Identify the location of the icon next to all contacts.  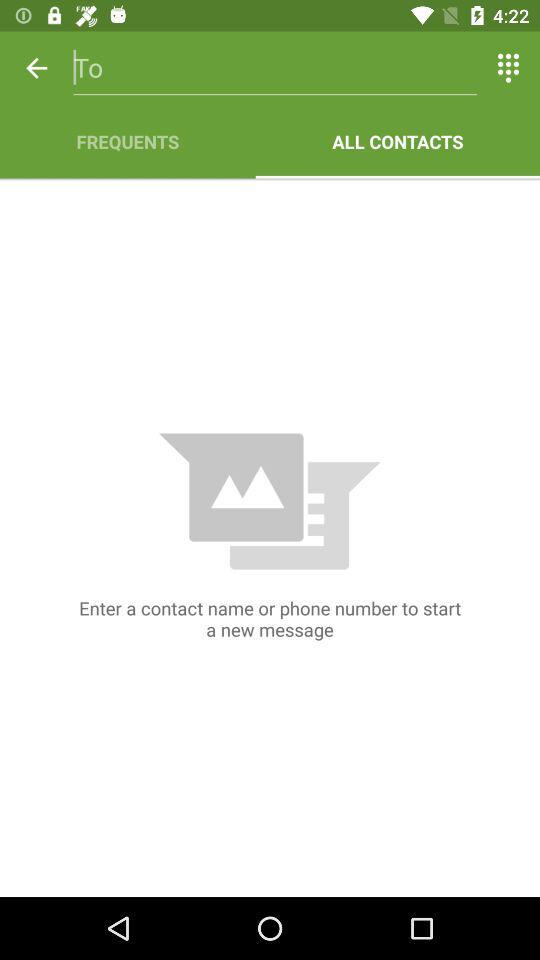
(127, 140).